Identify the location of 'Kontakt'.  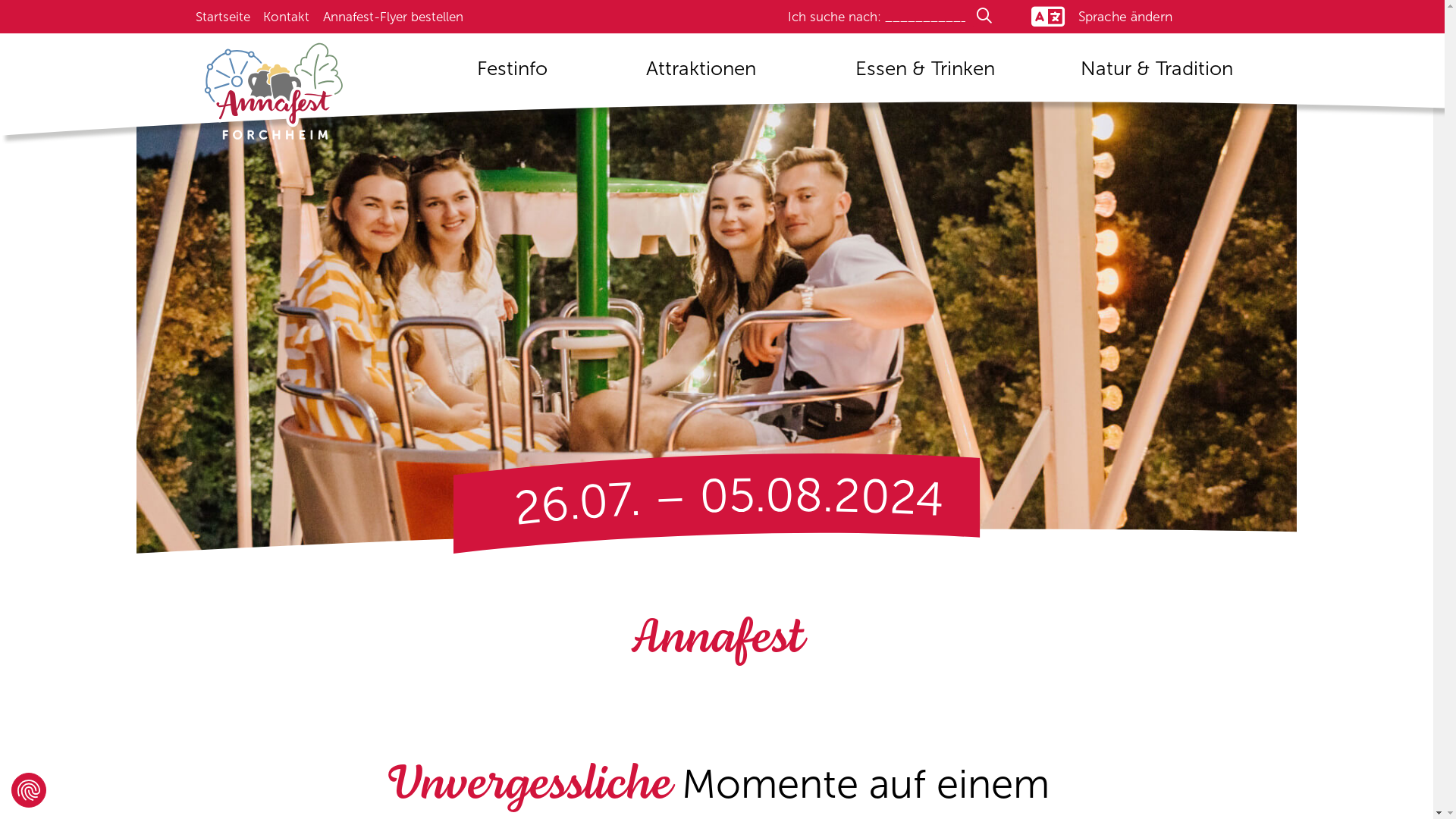
(286, 17).